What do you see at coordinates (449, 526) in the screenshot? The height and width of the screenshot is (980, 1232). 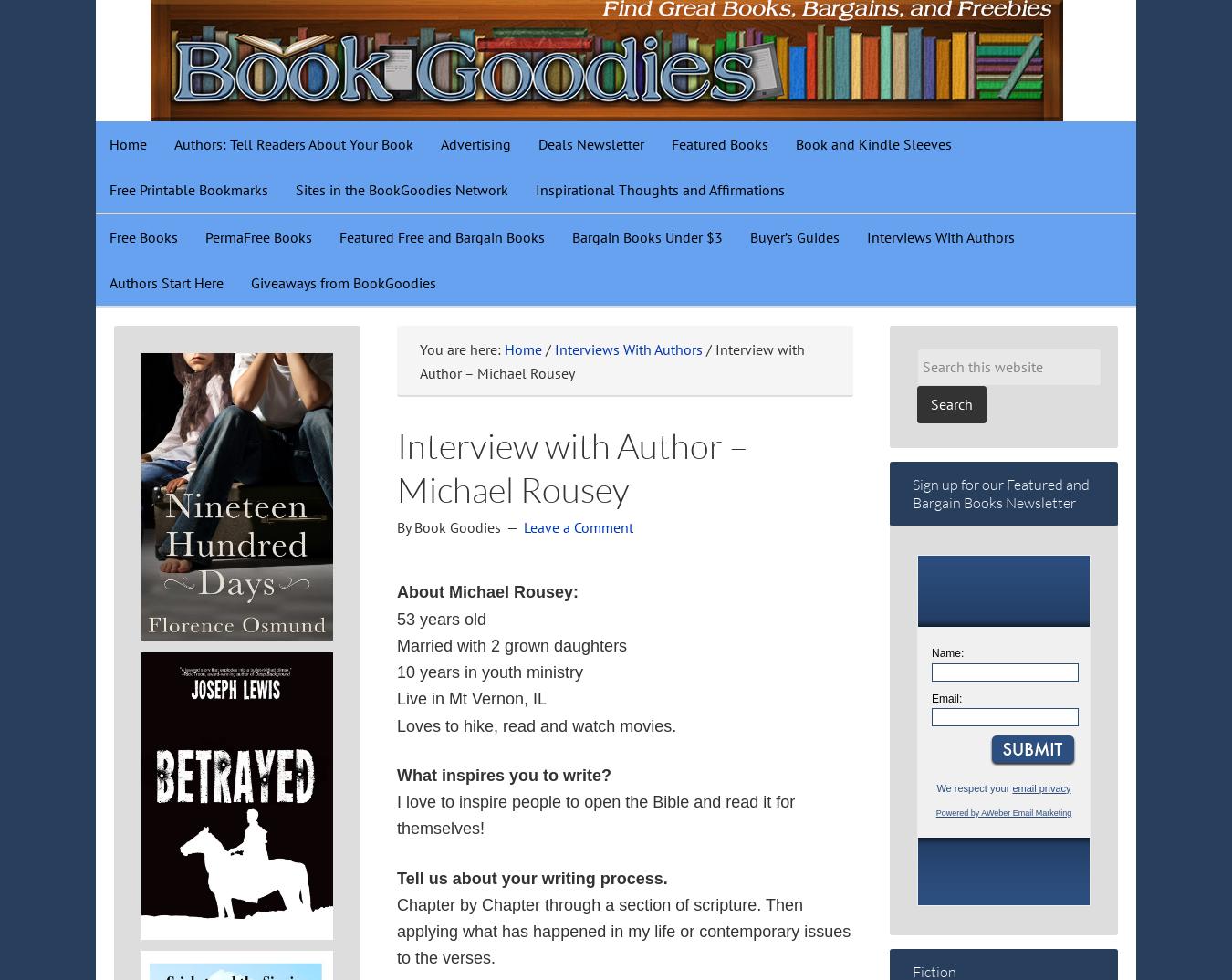 I see `'By Book Goodies'` at bounding box center [449, 526].